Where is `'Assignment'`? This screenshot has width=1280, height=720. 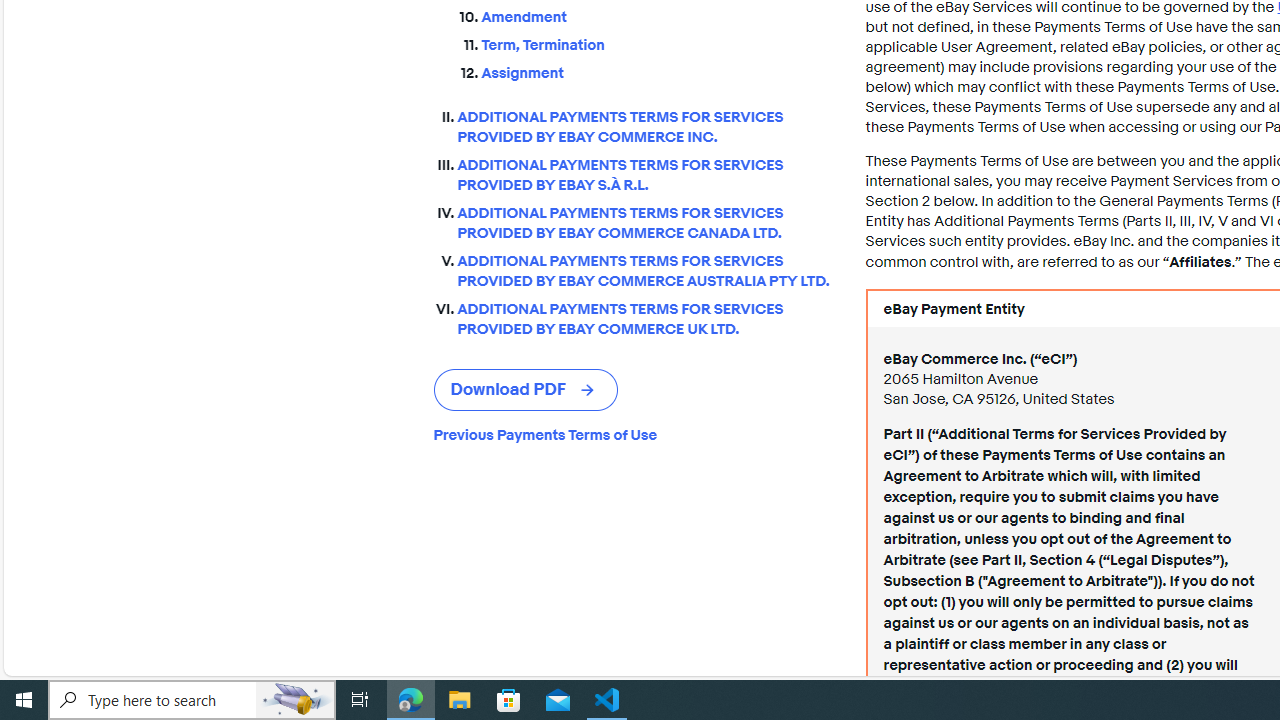 'Assignment' is located at coordinates (657, 68).